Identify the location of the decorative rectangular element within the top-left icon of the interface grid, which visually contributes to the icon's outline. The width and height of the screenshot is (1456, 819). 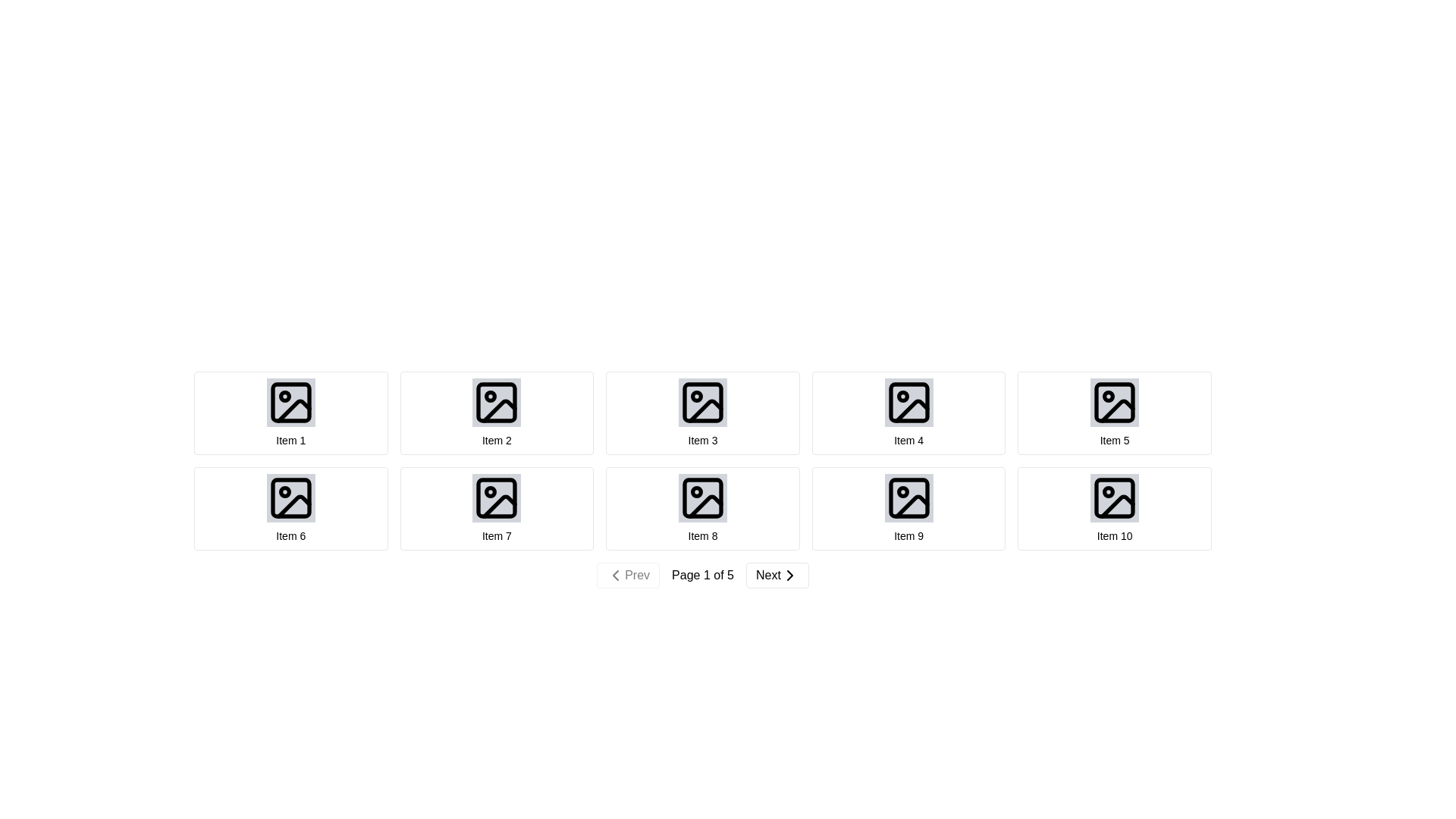
(290, 402).